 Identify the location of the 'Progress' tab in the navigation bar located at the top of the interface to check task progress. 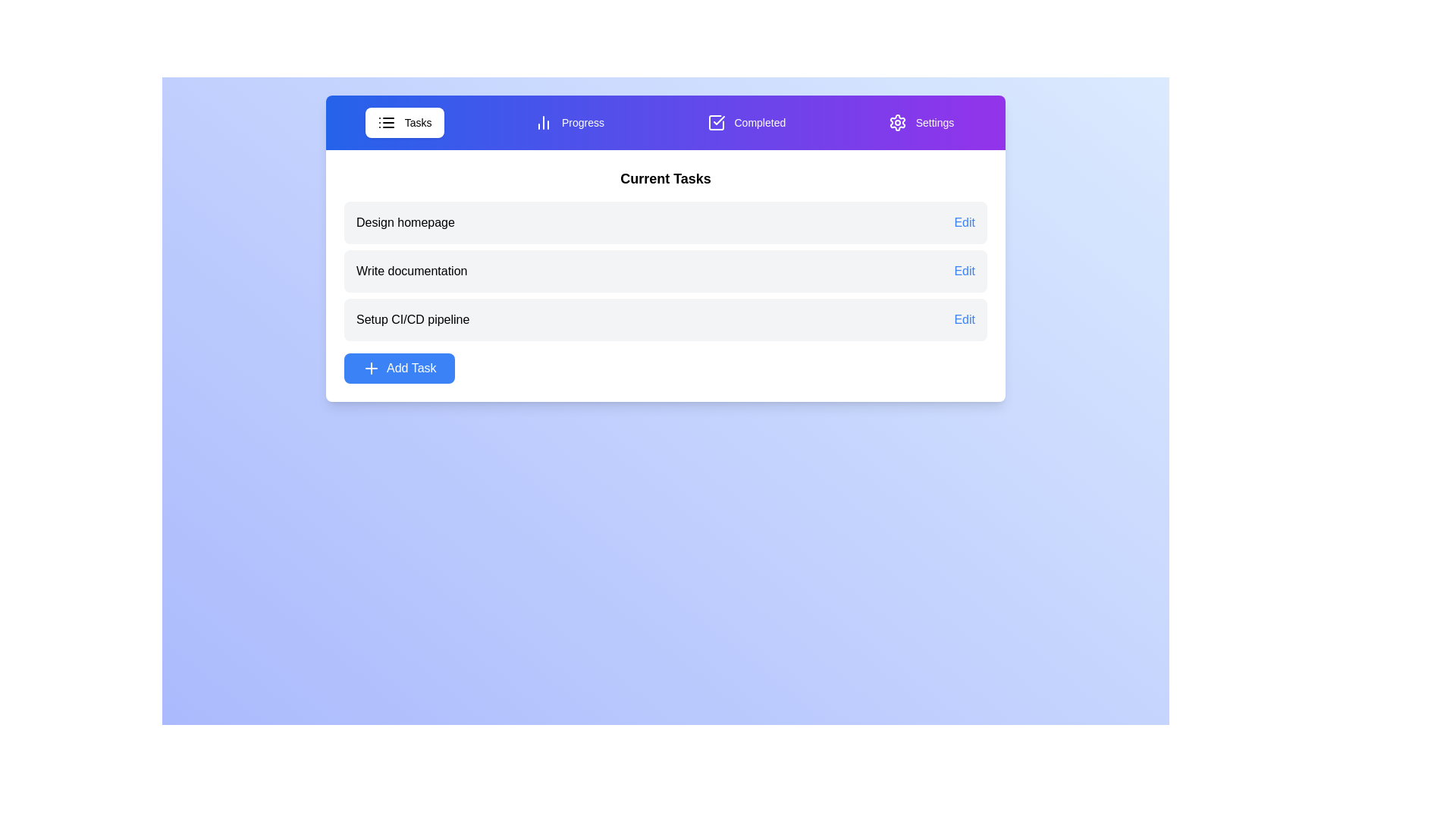
(666, 122).